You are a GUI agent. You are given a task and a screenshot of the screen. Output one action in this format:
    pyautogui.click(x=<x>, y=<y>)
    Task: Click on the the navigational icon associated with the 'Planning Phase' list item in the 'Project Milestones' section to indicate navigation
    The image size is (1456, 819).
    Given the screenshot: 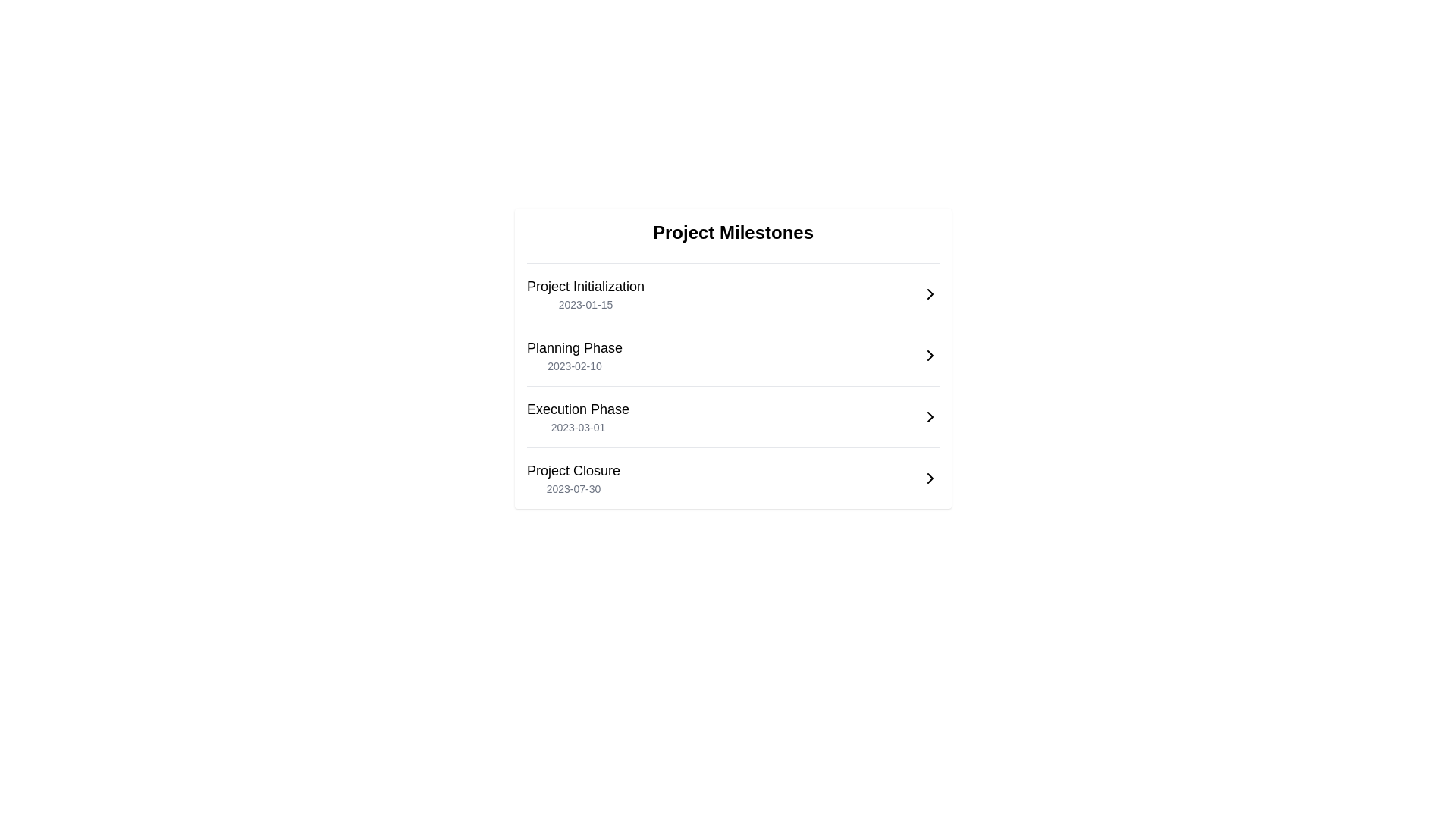 What is the action you would take?
    pyautogui.click(x=930, y=356)
    